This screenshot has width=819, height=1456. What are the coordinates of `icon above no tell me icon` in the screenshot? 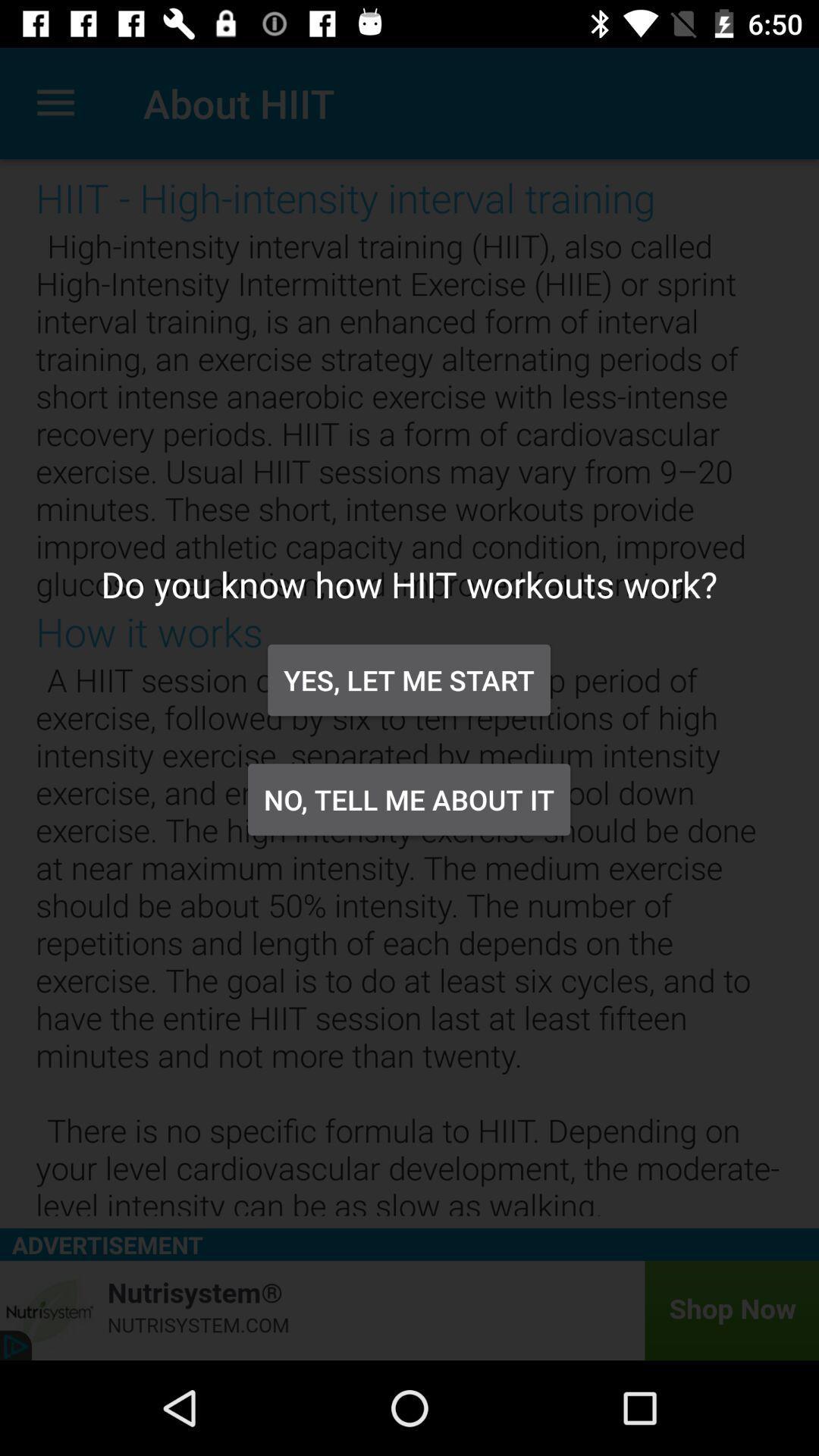 It's located at (408, 679).